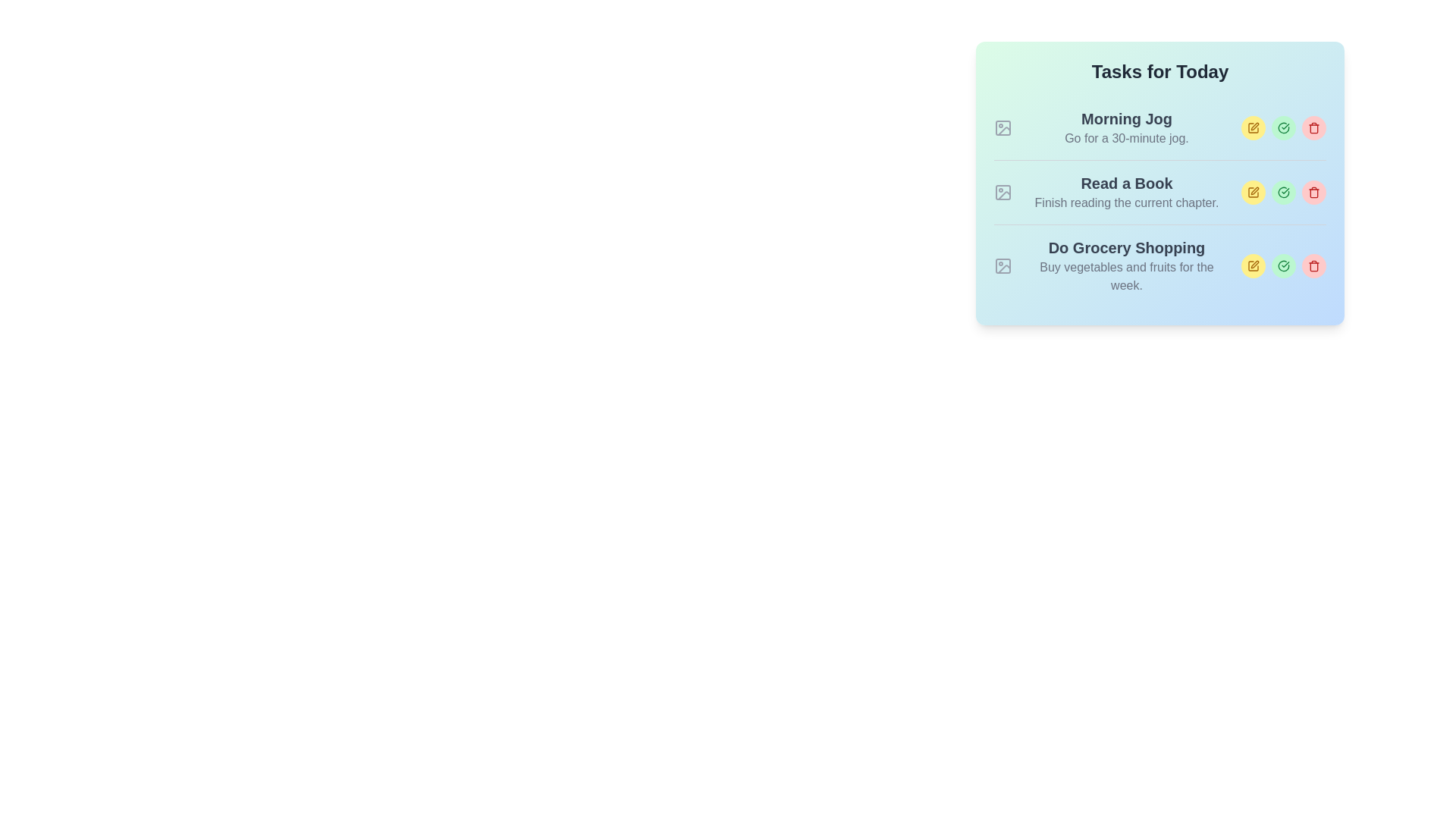  Describe the element at coordinates (1283, 265) in the screenshot. I see `the circular icon button with a green checkmark inside, located in the rightmost column of icons, which corresponds to the completion action for the task 'Read a Book.'` at that location.